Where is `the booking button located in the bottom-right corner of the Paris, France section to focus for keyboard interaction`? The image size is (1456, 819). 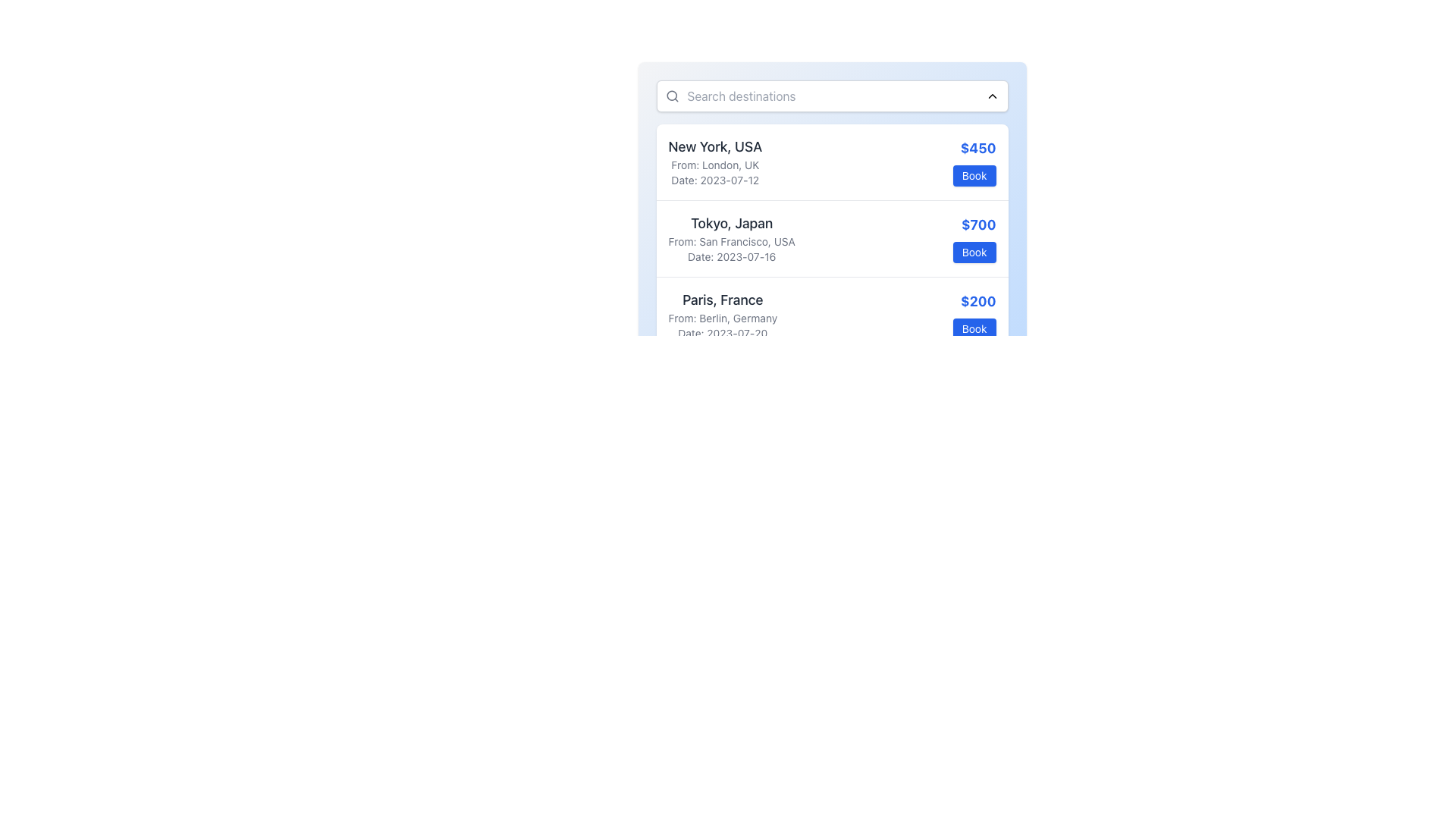
the booking button located in the bottom-right corner of the Paris, France section to focus for keyboard interaction is located at coordinates (974, 328).